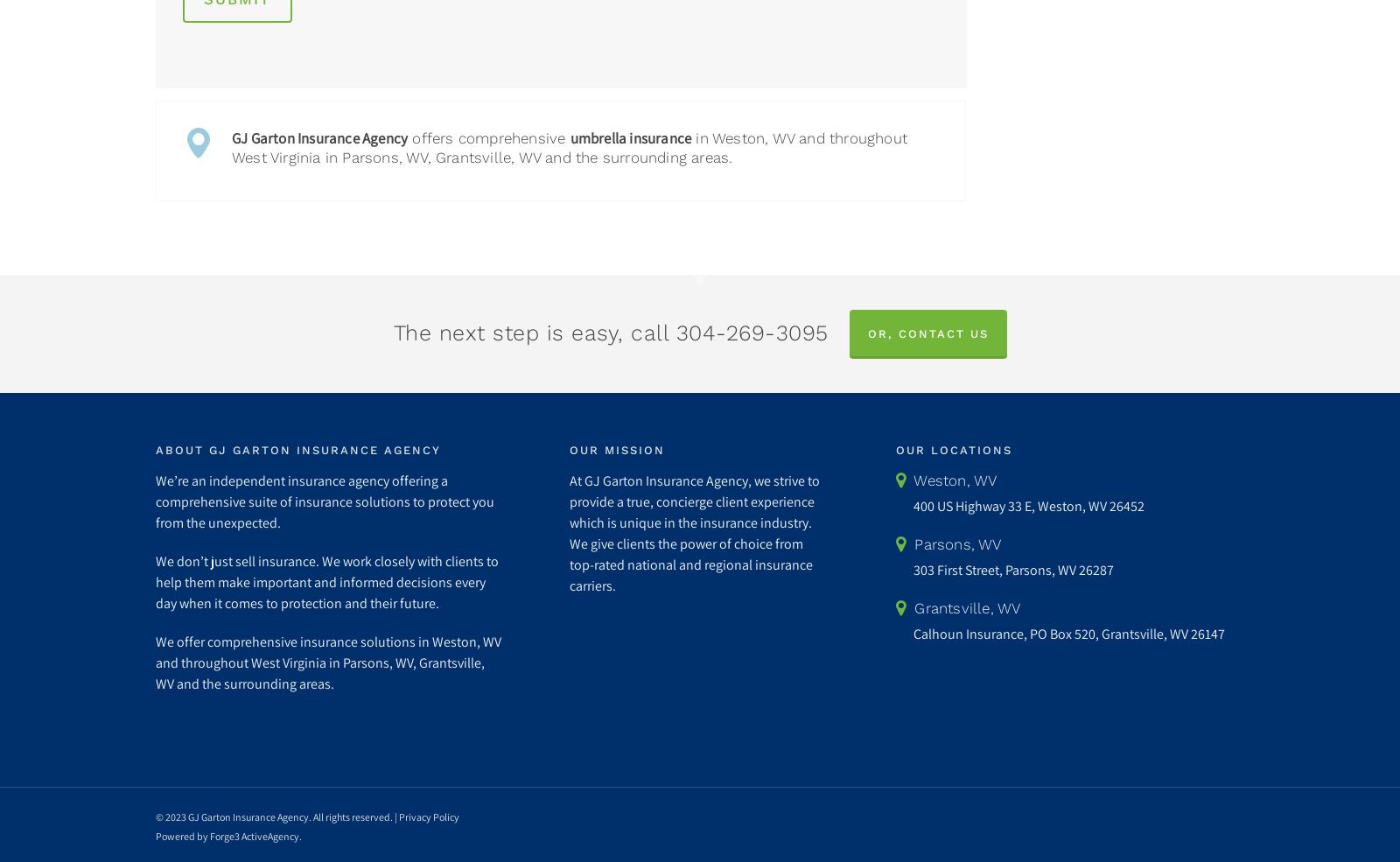 The width and height of the screenshot is (1400, 862). Describe the element at coordinates (965, 608) in the screenshot. I see `'Grantsville, WV'` at that location.